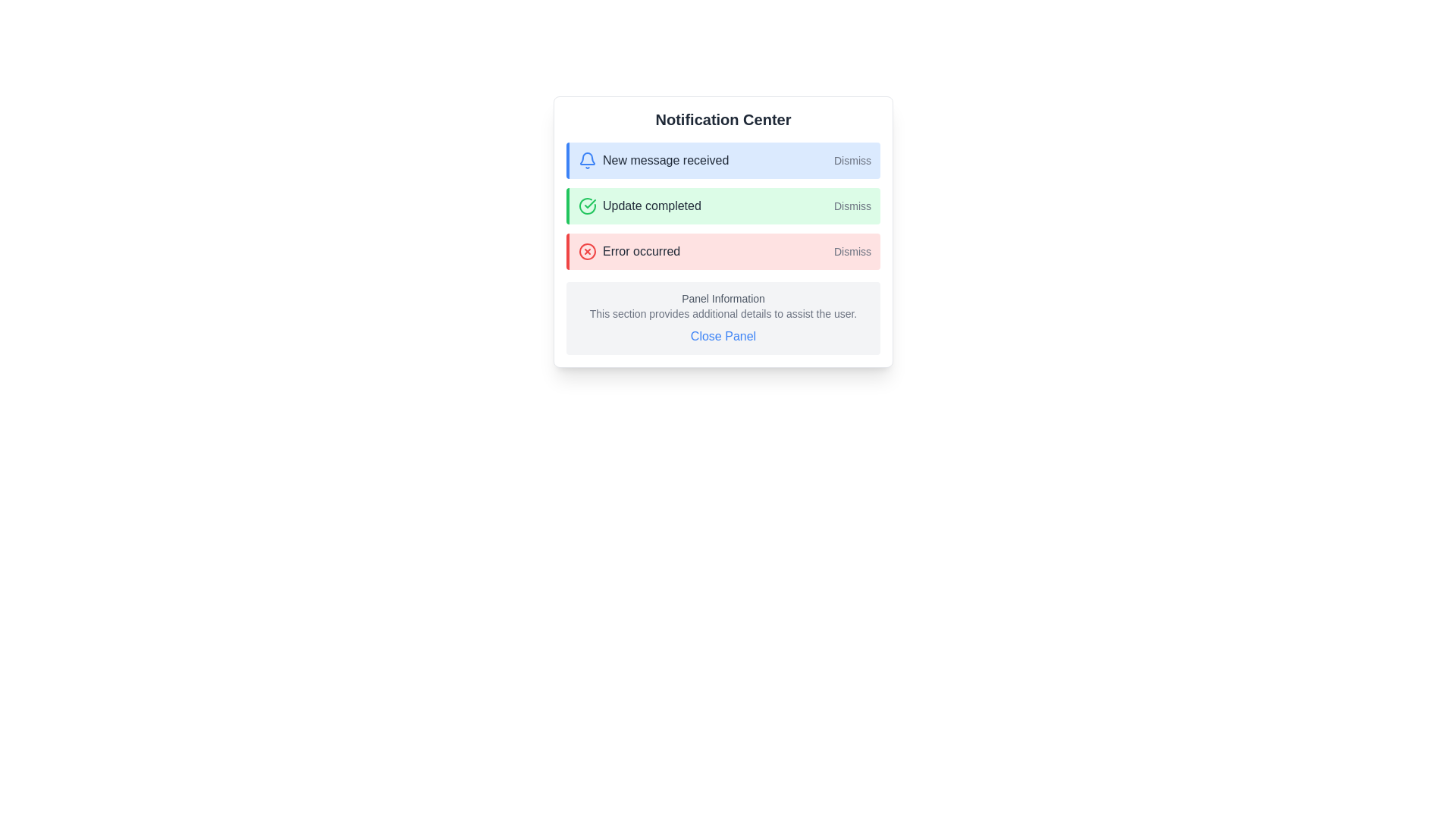 This screenshot has width=1456, height=819. What do you see at coordinates (666, 161) in the screenshot?
I see `the text label that conveys the content of a notification message, located in the topmost notification box just to the right of the bell icon` at bounding box center [666, 161].